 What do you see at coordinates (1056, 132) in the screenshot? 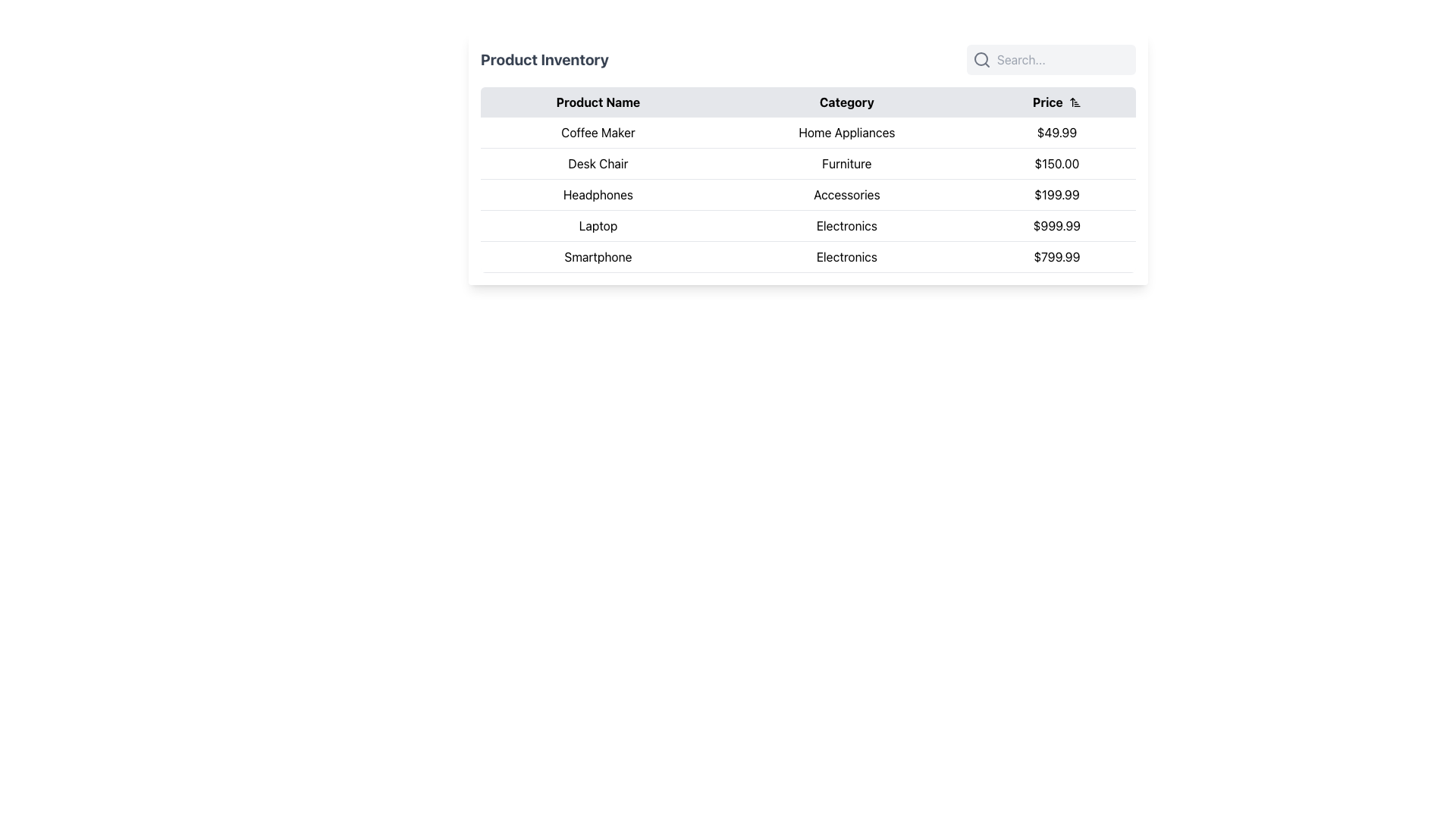
I see `the text display showing the price value '$49.99' in the last column of the table labeled 'Price'` at bounding box center [1056, 132].